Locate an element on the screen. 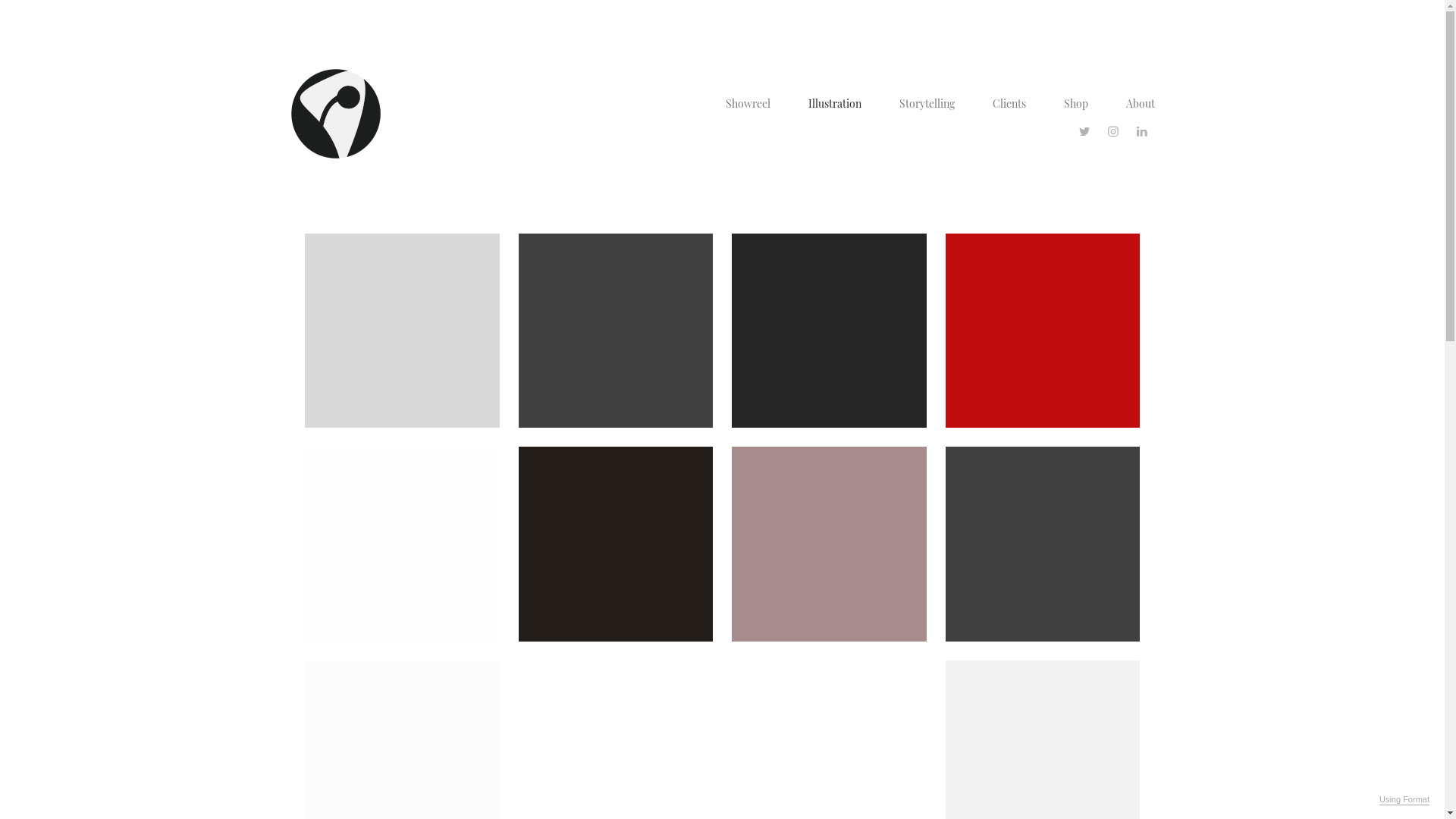 This screenshot has height=819, width=1456. 'Clients' is located at coordinates (1008, 102).